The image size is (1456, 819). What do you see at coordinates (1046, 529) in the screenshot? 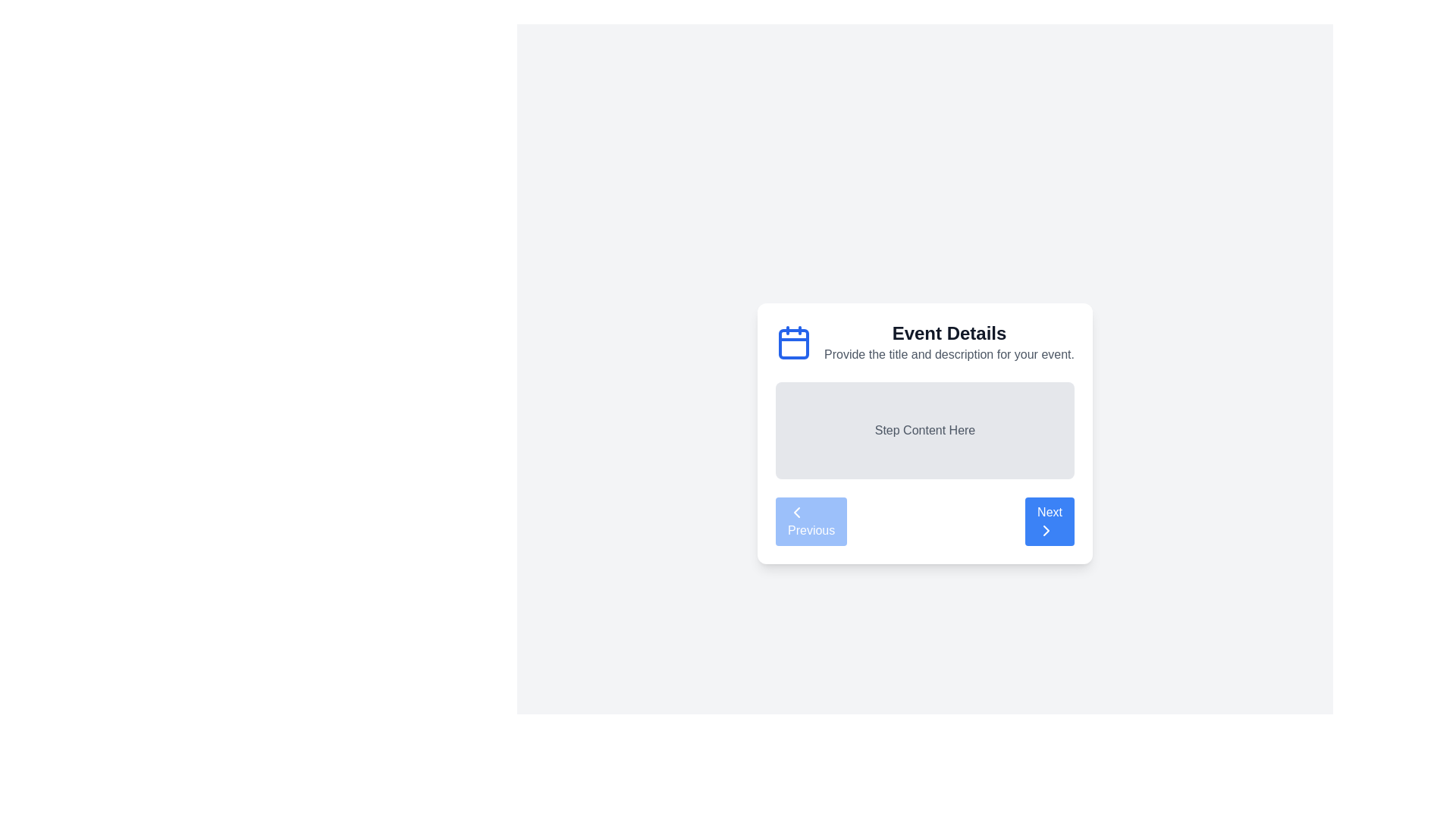
I see `the chevron icon located within the 'Next' button at the bottom right corner of the white card interface` at bounding box center [1046, 529].